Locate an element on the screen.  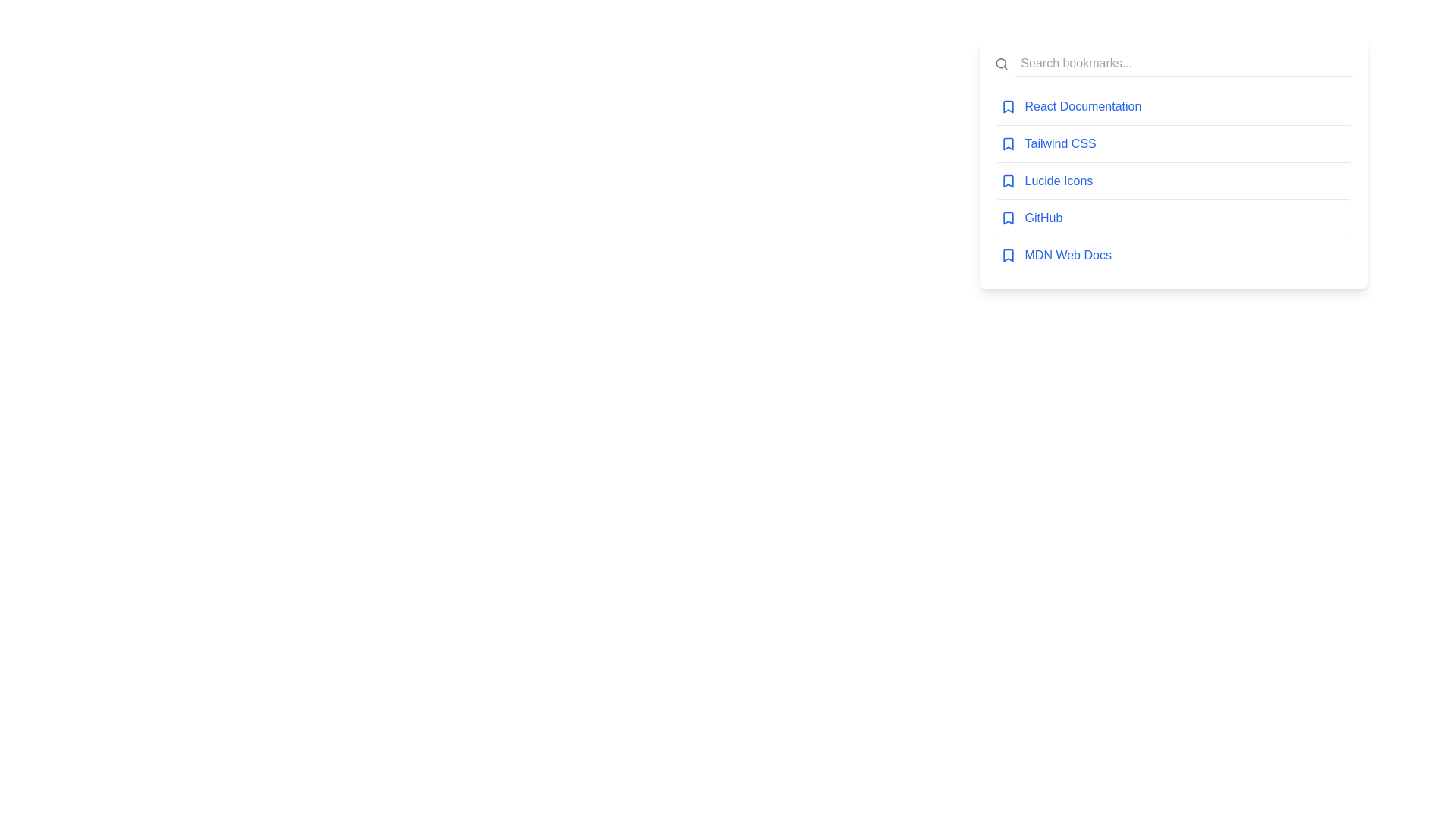
the bookmark link for Tailwind CSS to navigate to the respective page is located at coordinates (1059, 143).